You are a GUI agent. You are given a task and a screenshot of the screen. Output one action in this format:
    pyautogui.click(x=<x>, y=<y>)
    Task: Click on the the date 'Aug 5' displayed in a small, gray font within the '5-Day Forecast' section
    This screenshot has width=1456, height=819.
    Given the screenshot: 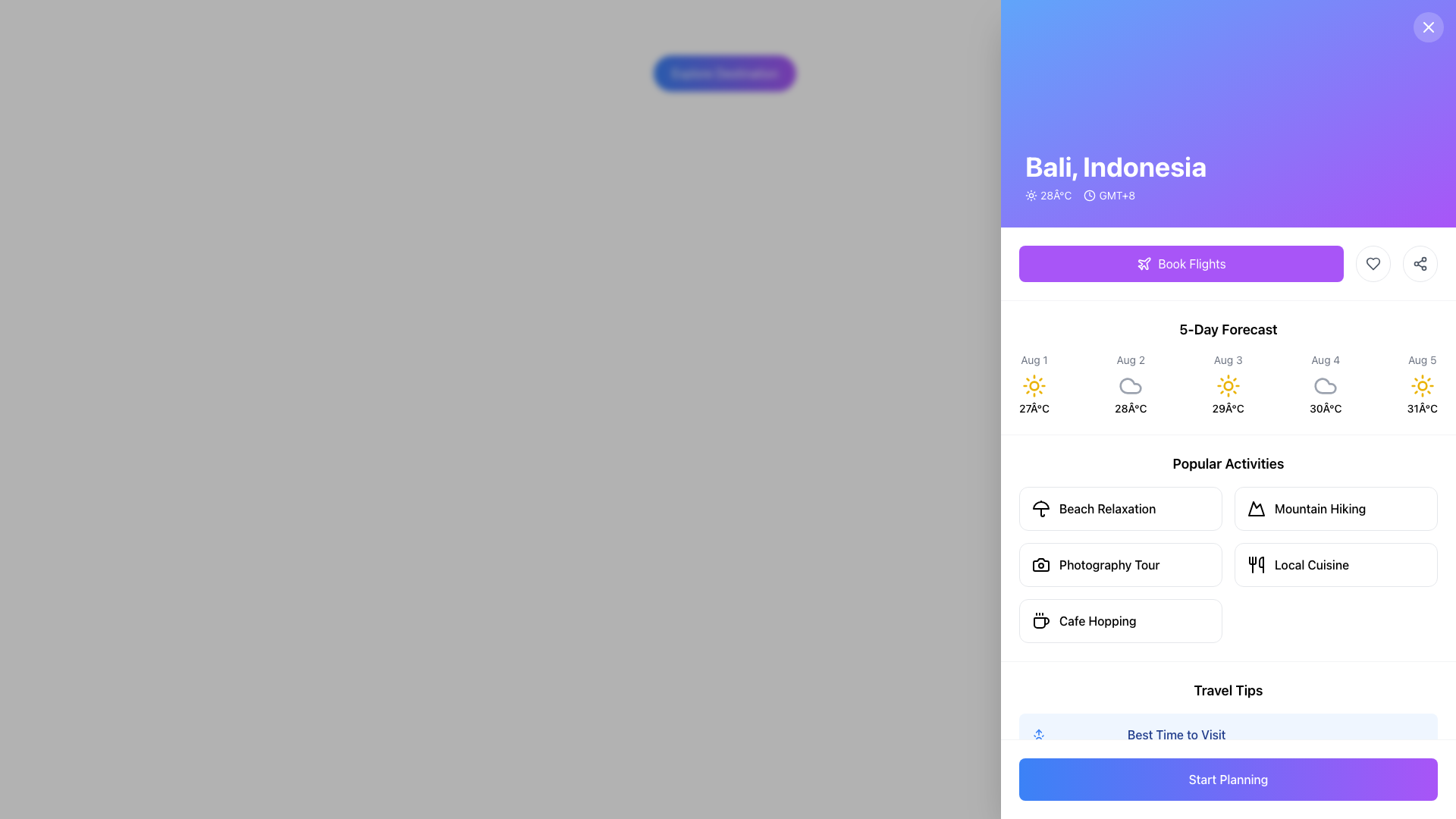 What is the action you would take?
    pyautogui.click(x=1421, y=359)
    